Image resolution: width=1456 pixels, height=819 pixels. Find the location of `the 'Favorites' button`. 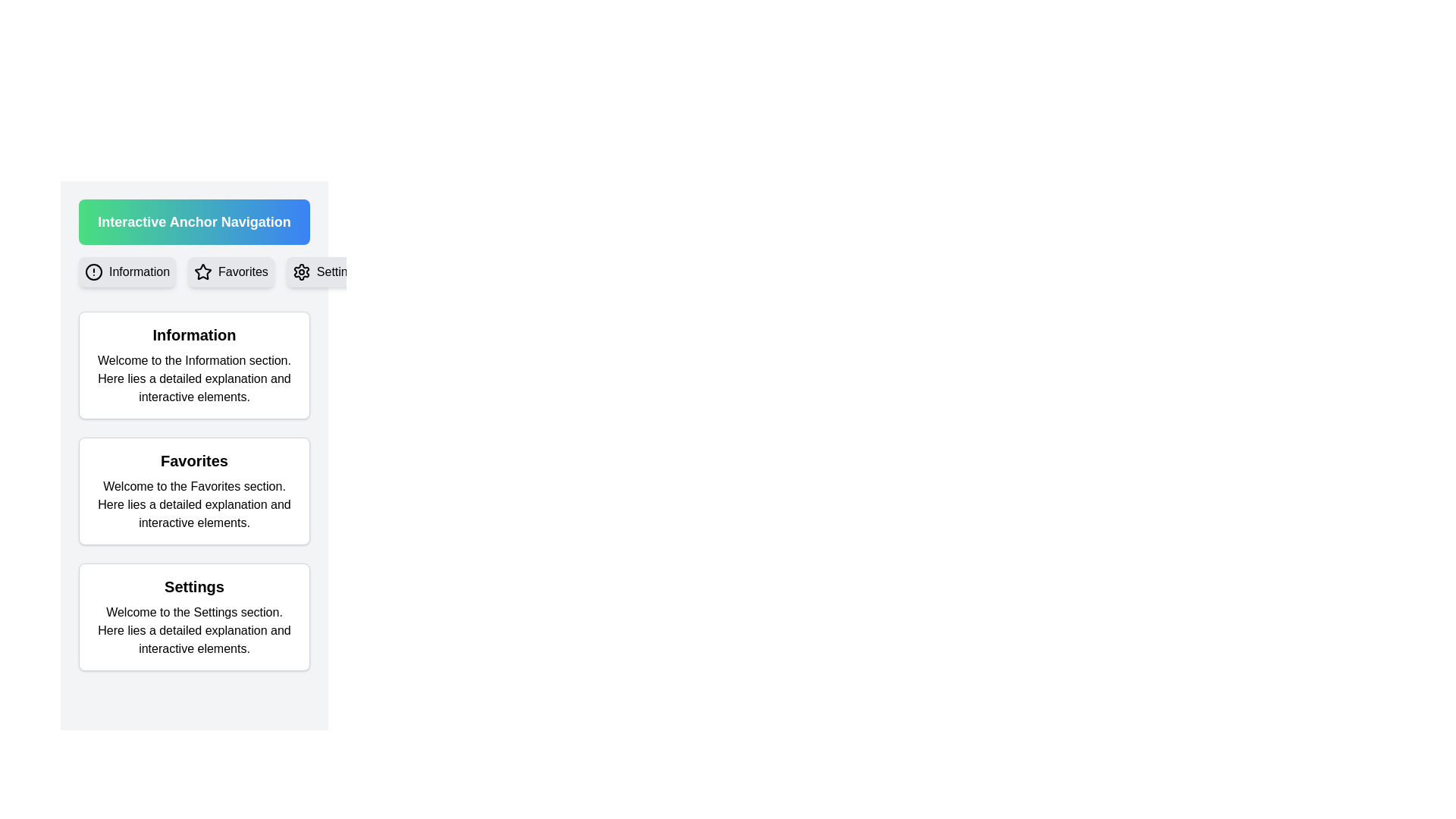

the 'Favorites' button is located at coordinates (230, 271).